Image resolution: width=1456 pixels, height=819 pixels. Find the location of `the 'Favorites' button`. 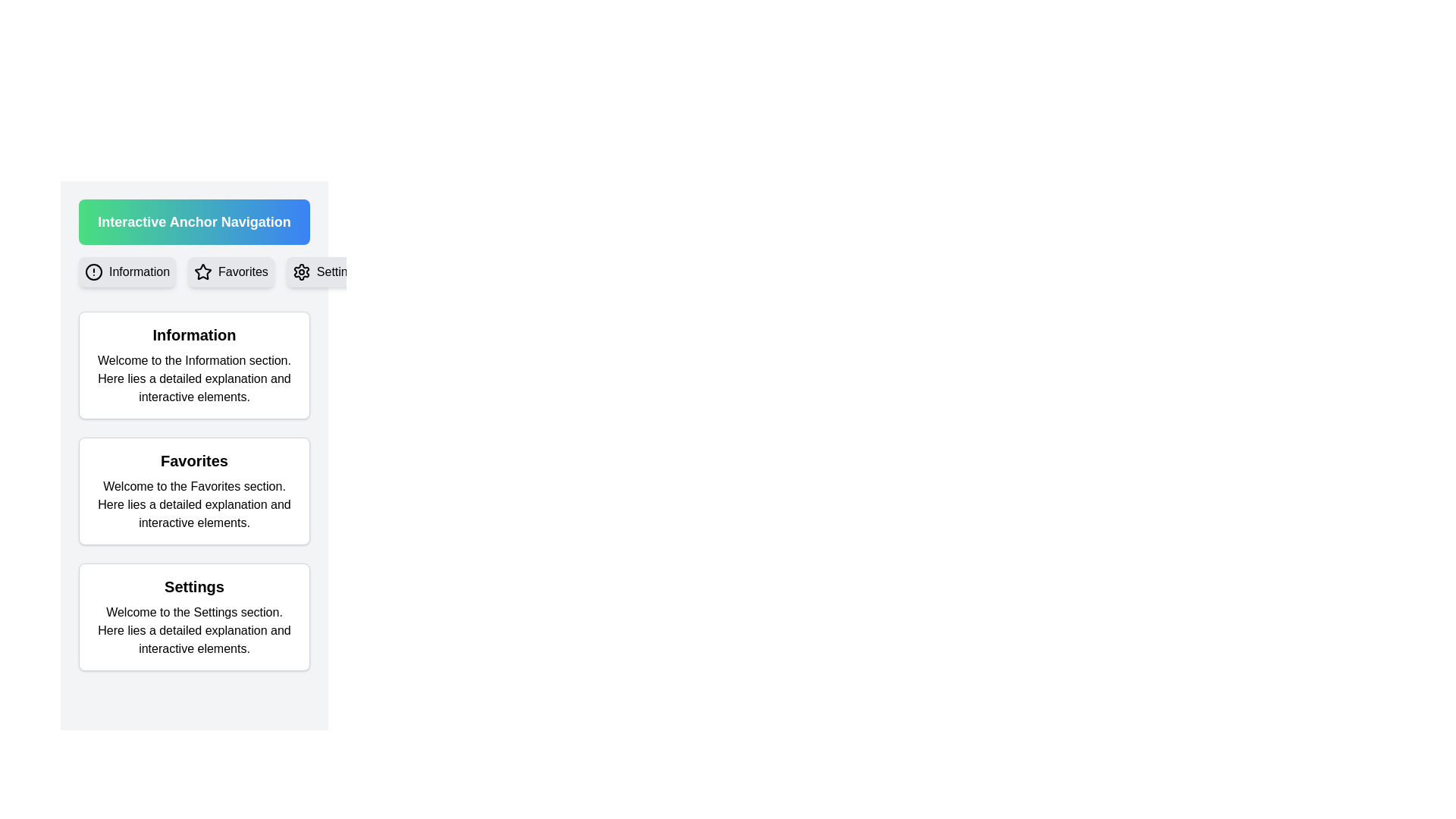

the 'Favorites' button is located at coordinates (230, 271).